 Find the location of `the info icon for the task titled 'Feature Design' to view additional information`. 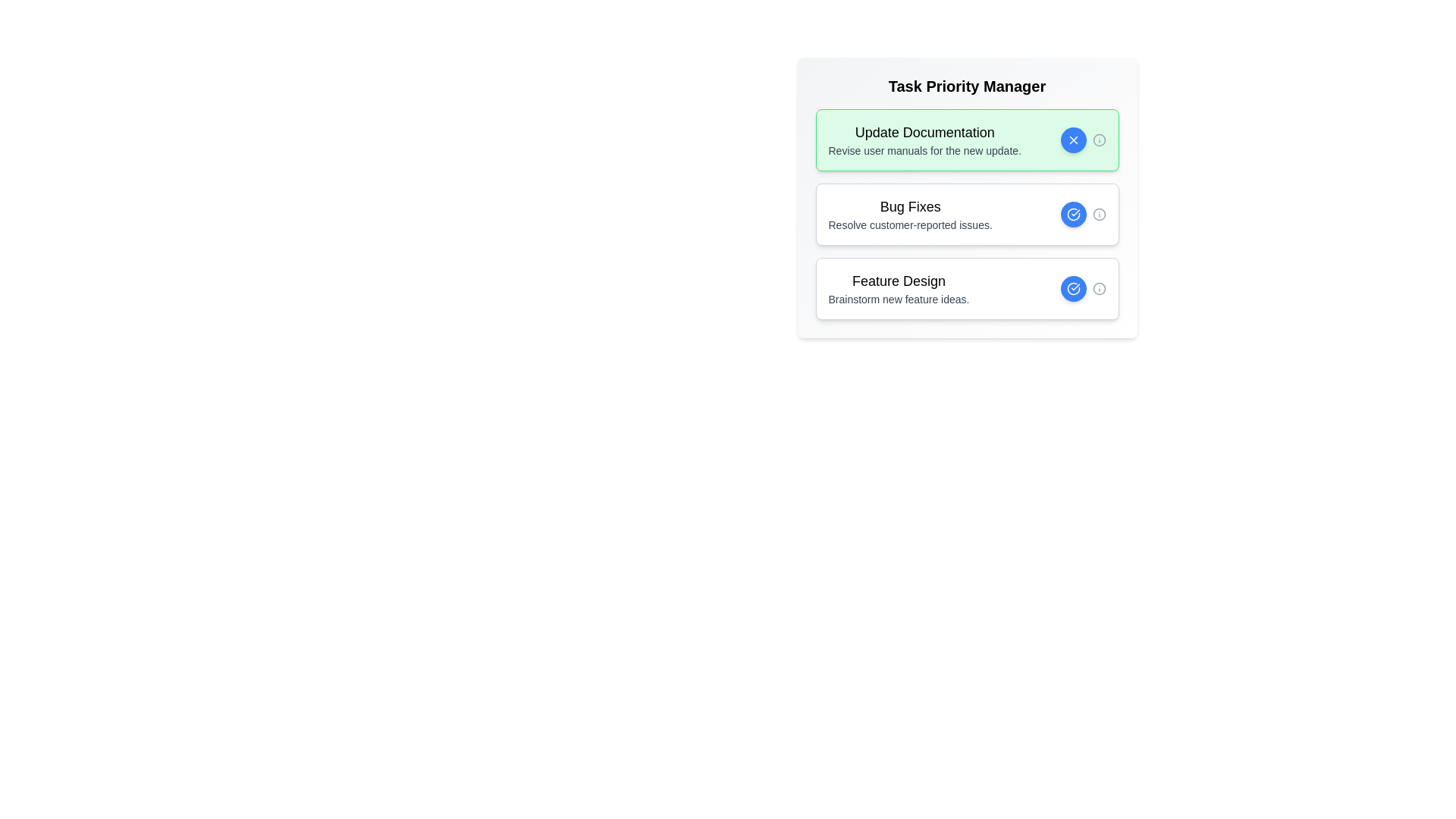

the info icon for the task titled 'Feature Design' to view additional information is located at coordinates (1099, 289).